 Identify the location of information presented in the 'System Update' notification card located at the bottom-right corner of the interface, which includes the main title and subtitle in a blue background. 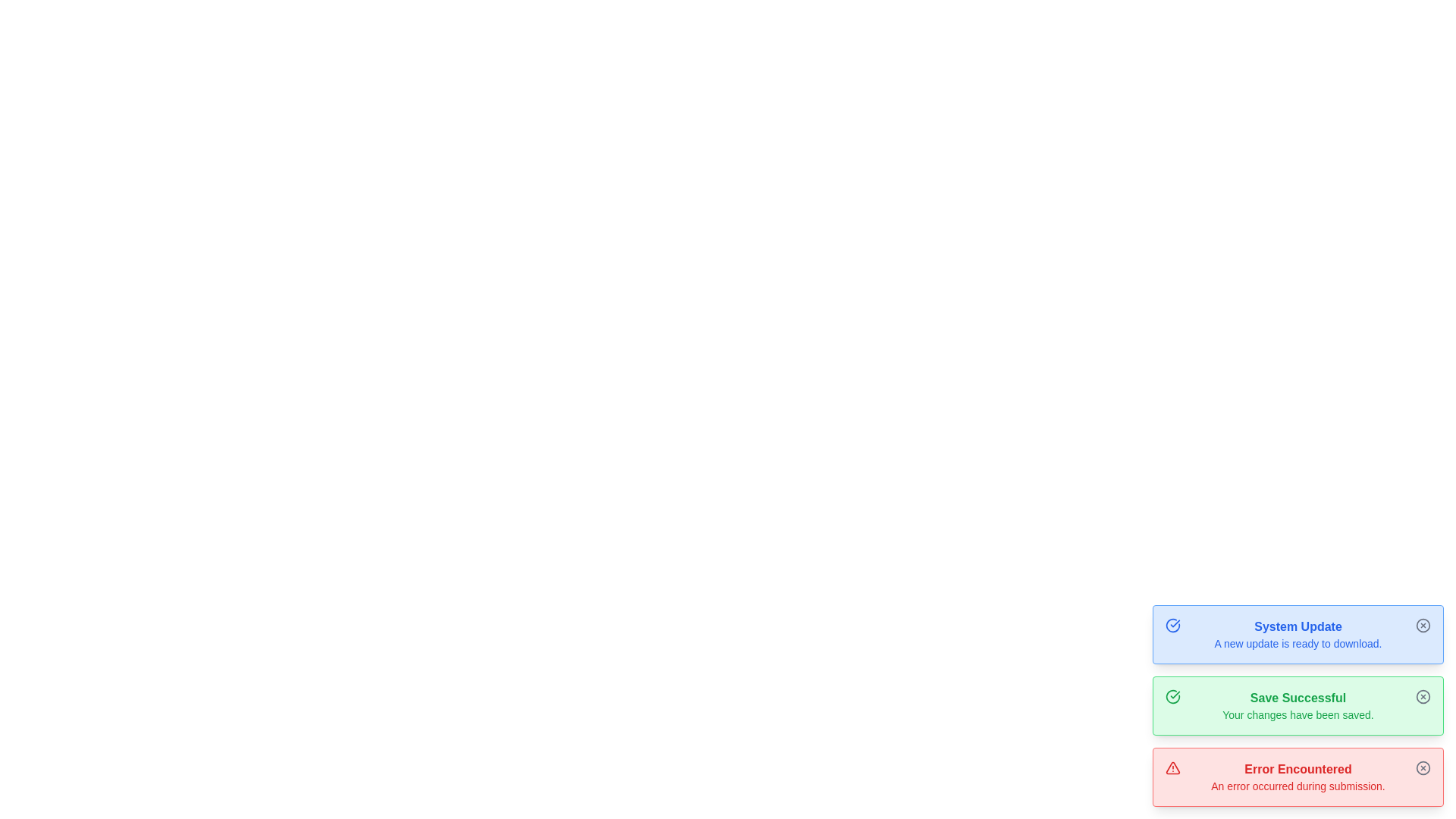
(1298, 635).